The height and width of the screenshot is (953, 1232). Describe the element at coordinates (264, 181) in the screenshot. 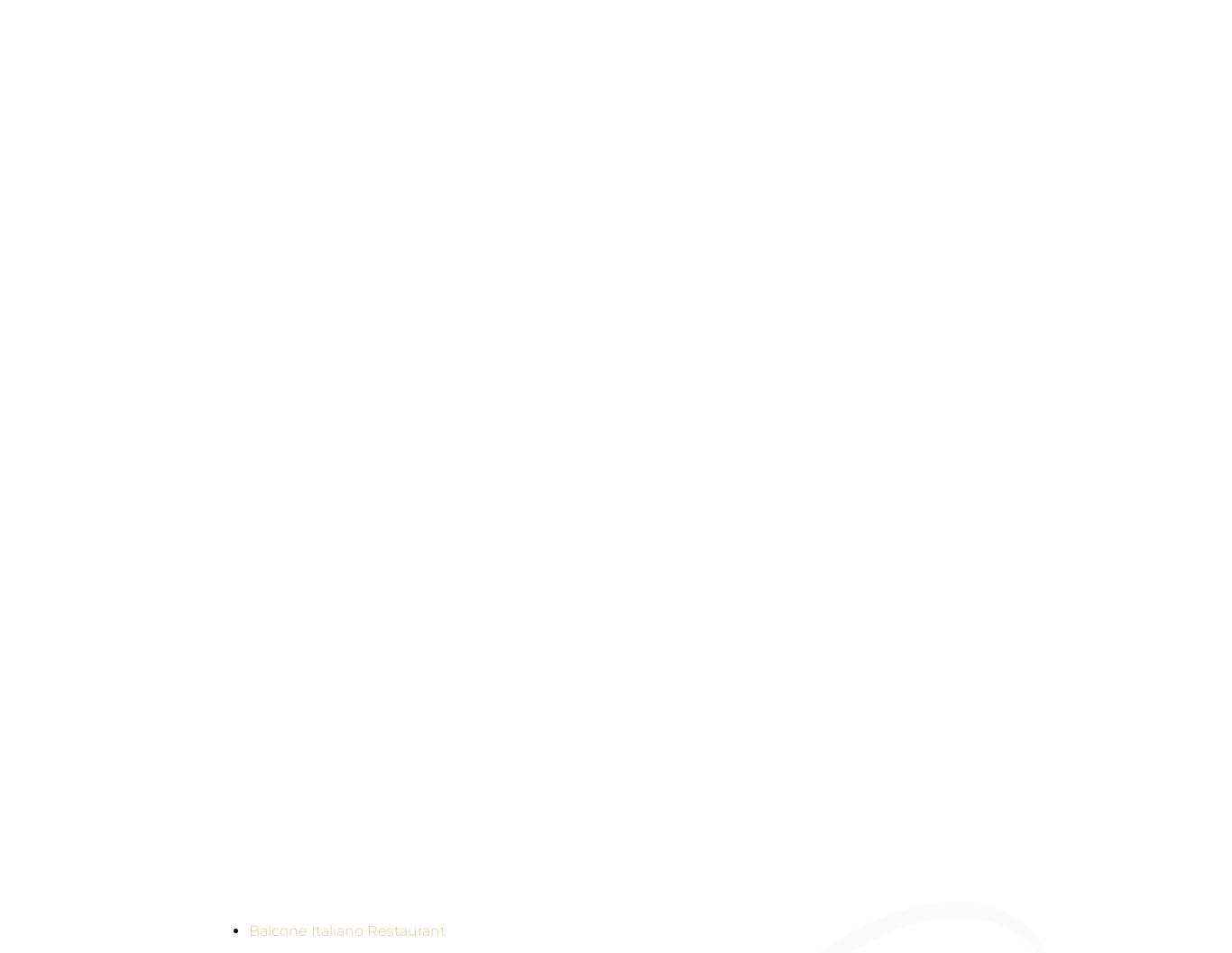

I see `'Home'` at that location.